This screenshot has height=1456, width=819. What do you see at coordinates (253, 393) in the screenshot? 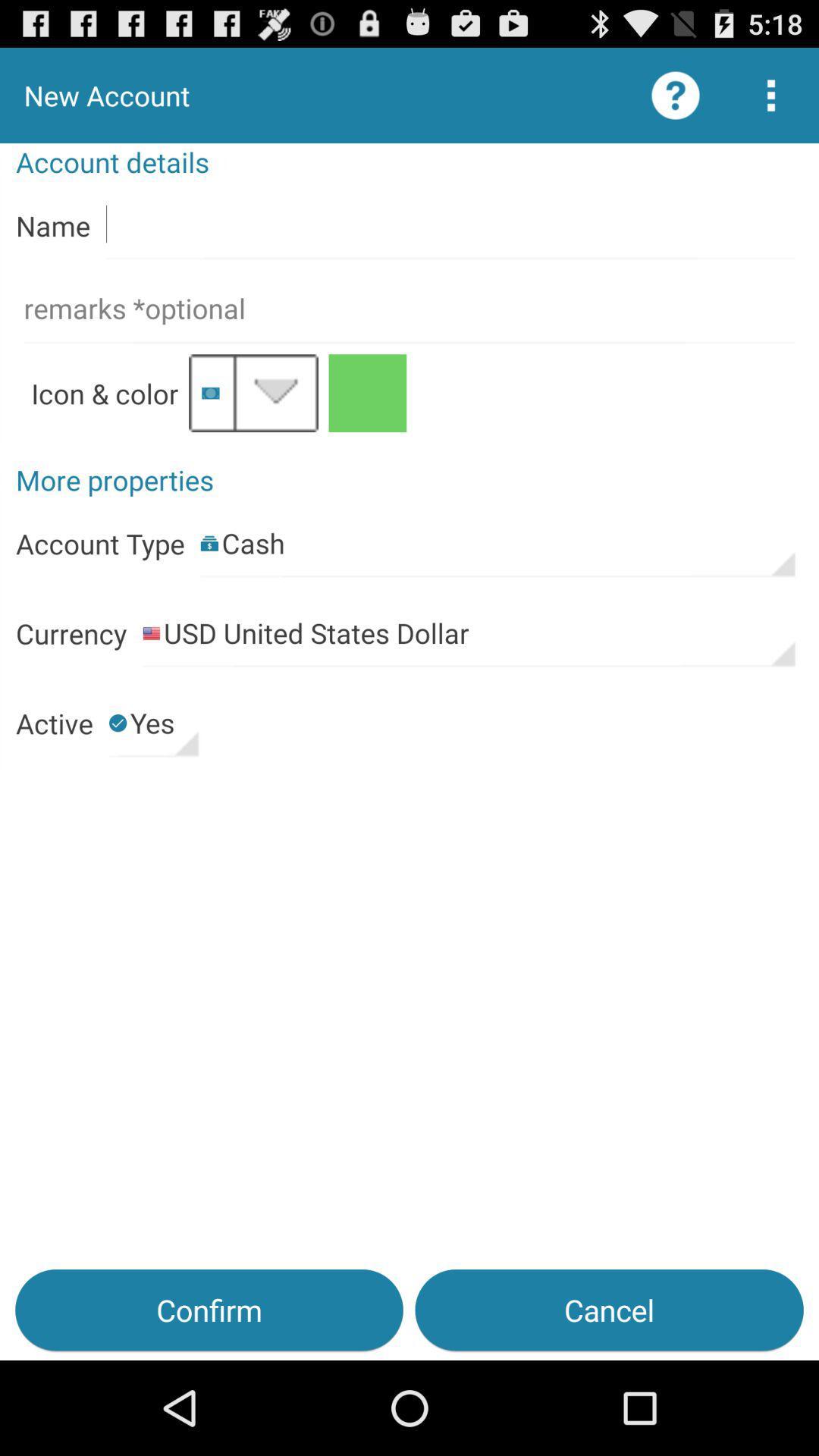
I see `icon` at bounding box center [253, 393].